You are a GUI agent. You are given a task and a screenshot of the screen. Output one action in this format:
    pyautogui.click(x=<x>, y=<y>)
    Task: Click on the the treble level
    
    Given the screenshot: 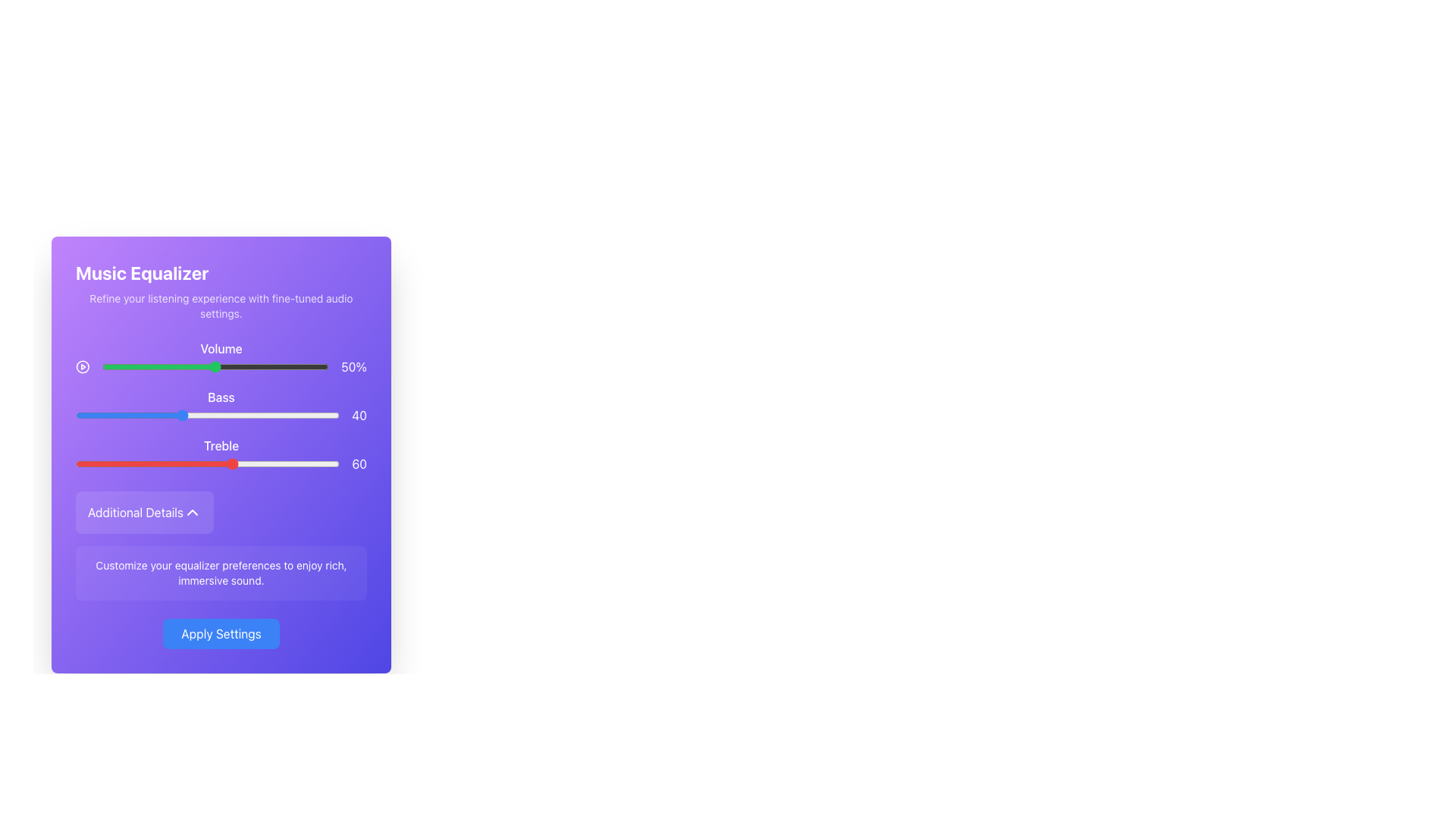 What is the action you would take?
    pyautogui.click(x=303, y=463)
    